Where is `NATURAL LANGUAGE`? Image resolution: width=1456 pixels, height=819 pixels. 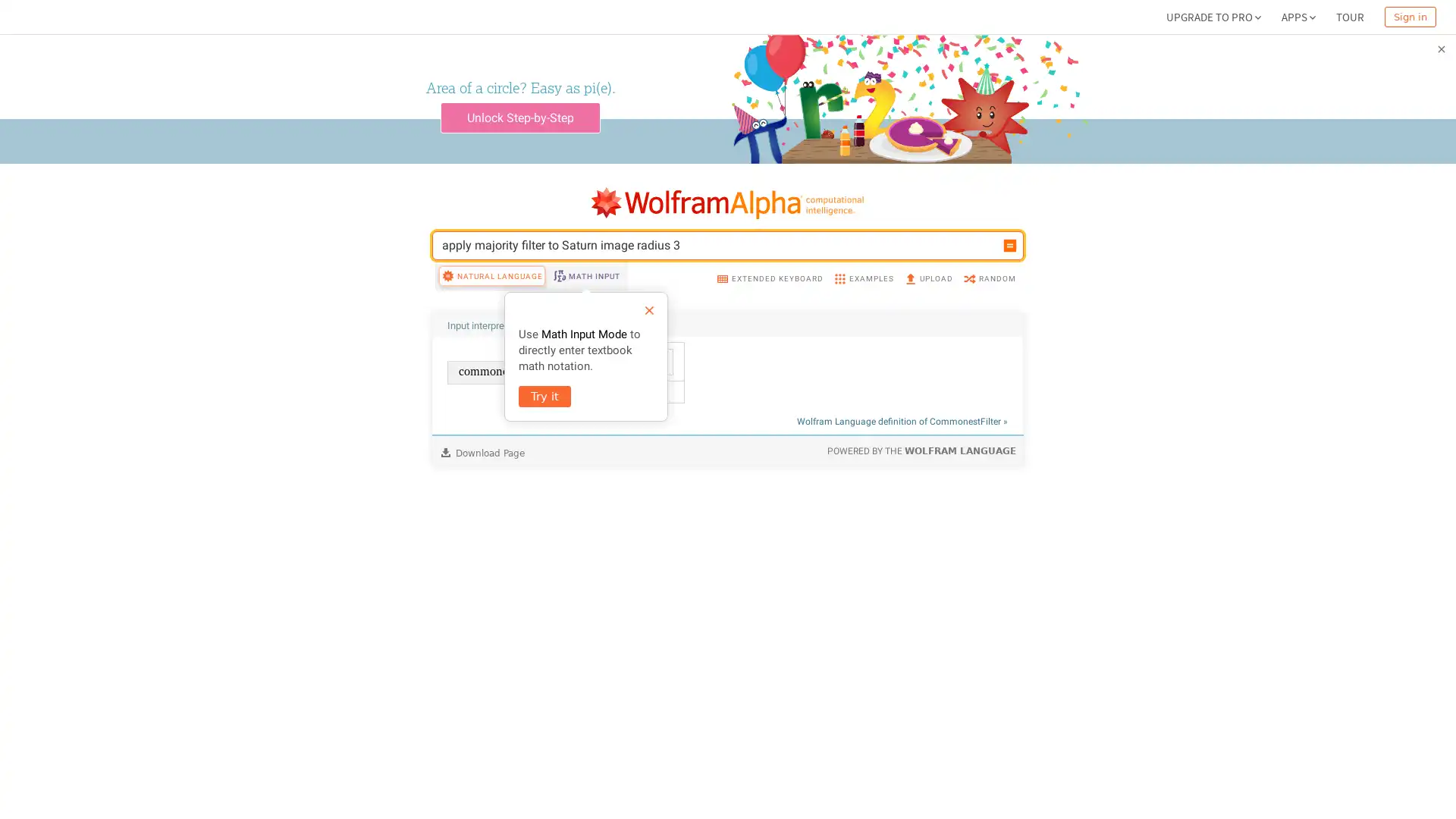 NATURAL LANGUAGE is located at coordinates (491, 305).